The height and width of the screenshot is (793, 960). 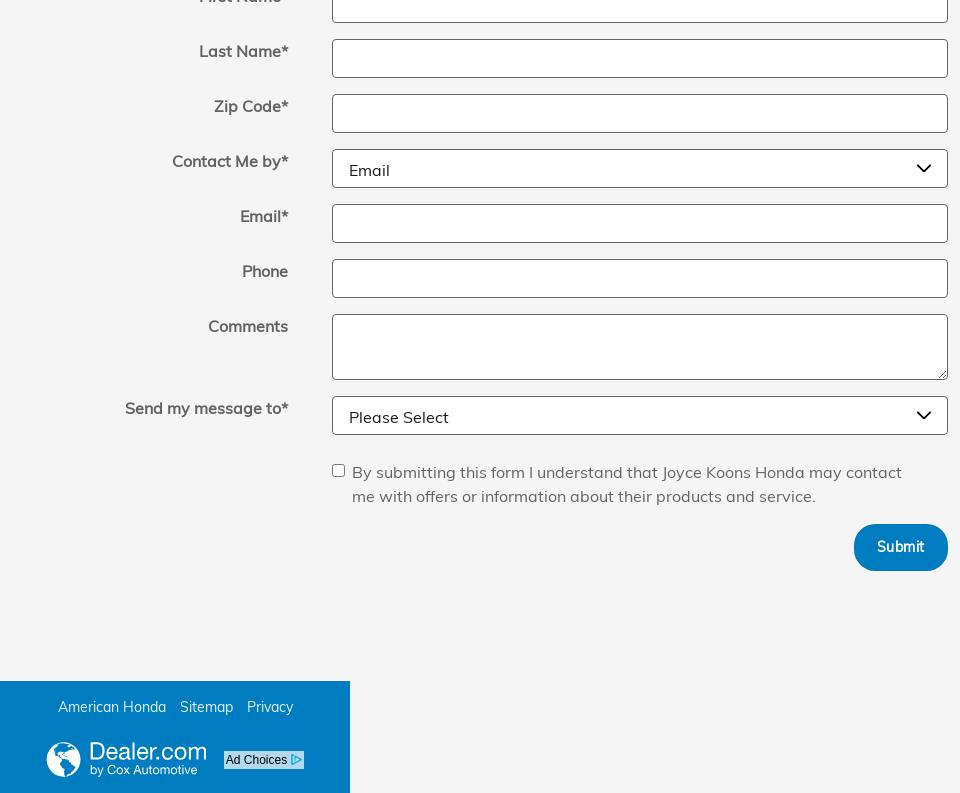 I want to click on 'Submit', so click(x=875, y=544).